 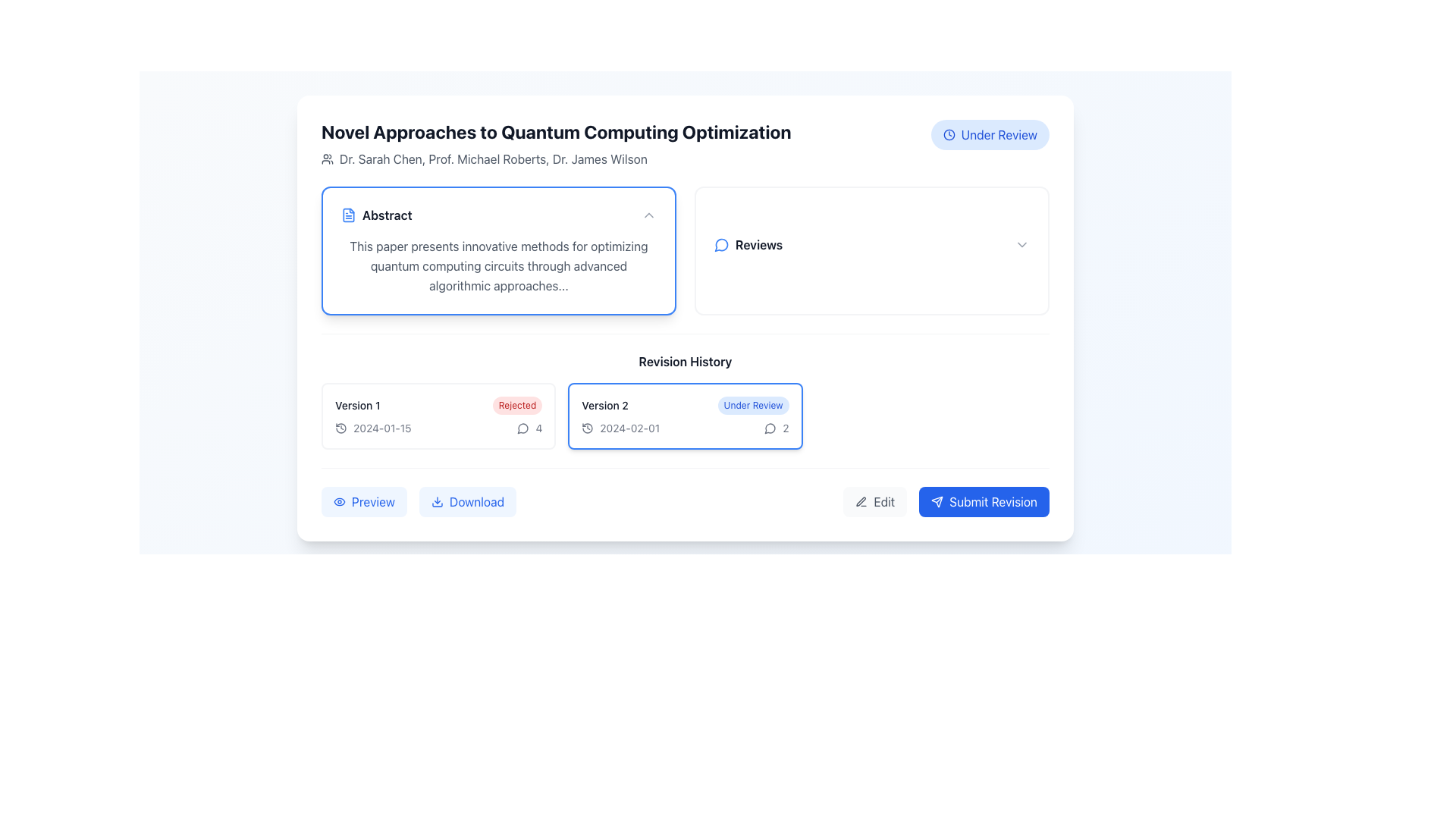 I want to click on the text label displaying 'Version 2' in the Revision History section, which is styled in dark gray and precedes 'Under Review', so click(x=604, y=405).